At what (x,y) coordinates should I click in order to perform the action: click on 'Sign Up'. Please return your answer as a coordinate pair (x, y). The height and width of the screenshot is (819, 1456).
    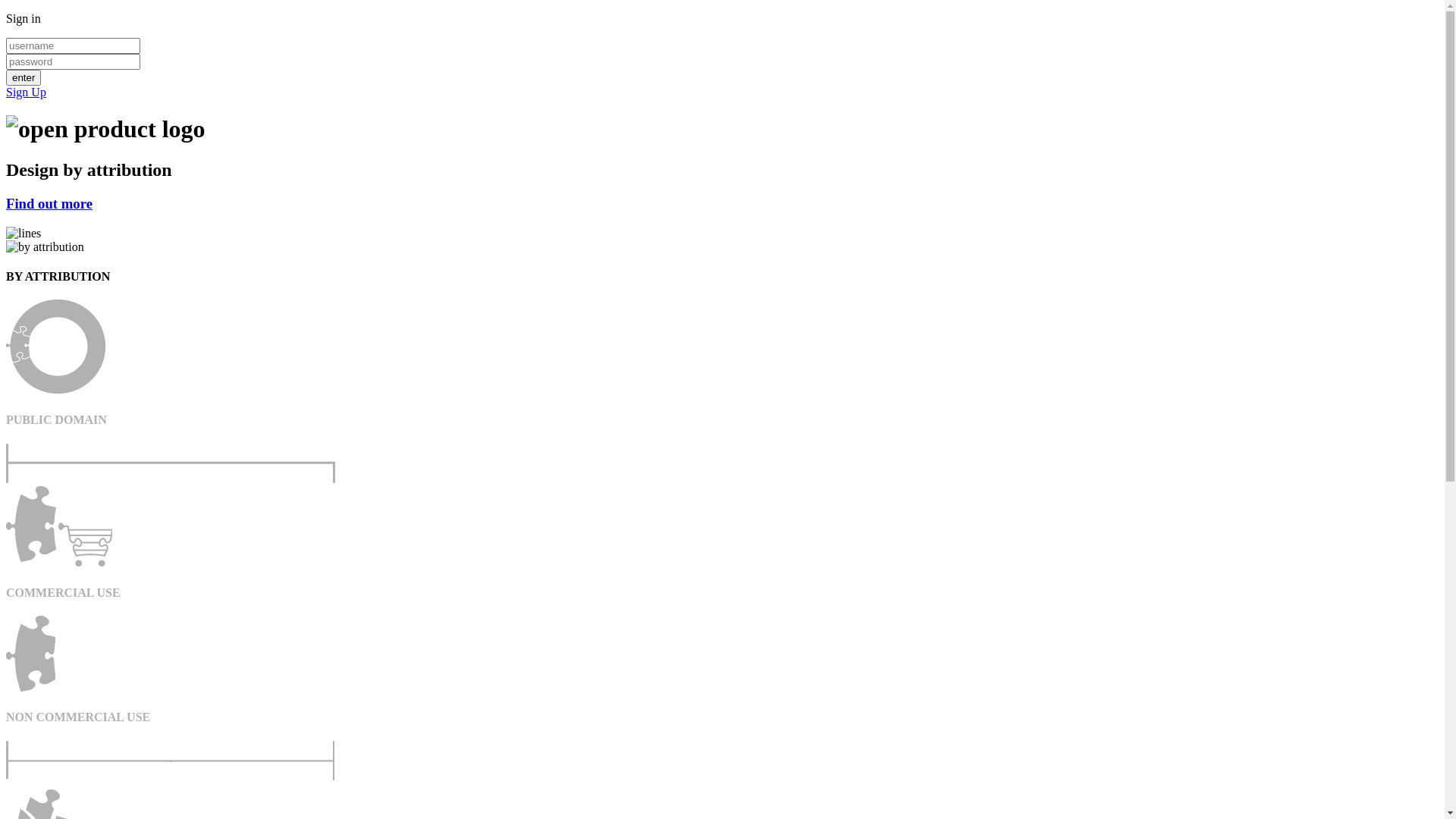
    Looking at the image, I should click on (26, 92).